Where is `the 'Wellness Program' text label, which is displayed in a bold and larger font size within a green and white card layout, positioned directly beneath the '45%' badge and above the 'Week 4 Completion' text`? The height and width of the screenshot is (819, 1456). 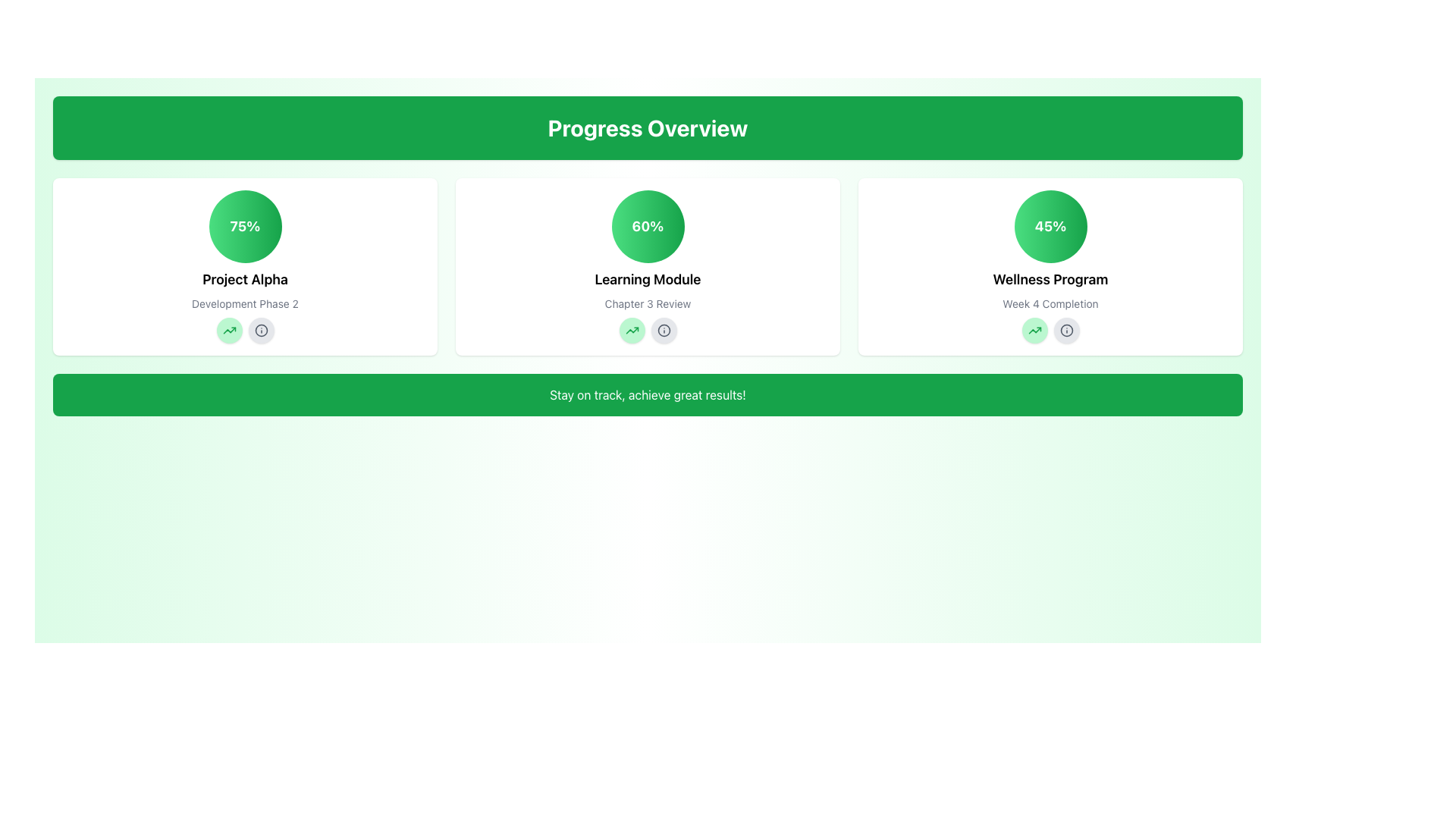
the 'Wellness Program' text label, which is displayed in a bold and larger font size within a green and white card layout, positioned directly beneath the '45%' badge and above the 'Week 4 Completion' text is located at coordinates (1050, 280).